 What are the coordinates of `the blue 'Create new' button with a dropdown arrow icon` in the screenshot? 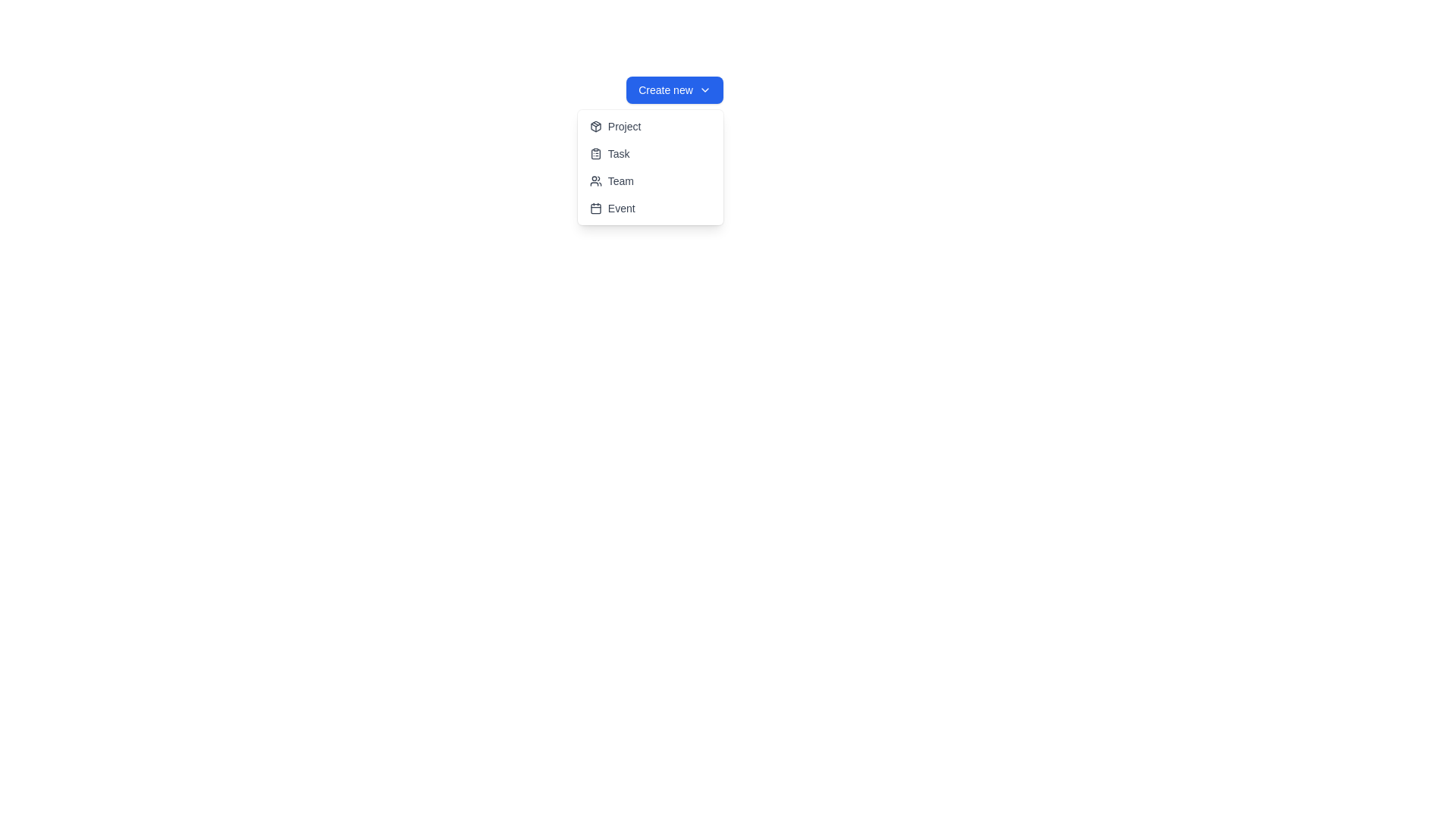 It's located at (673, 90).